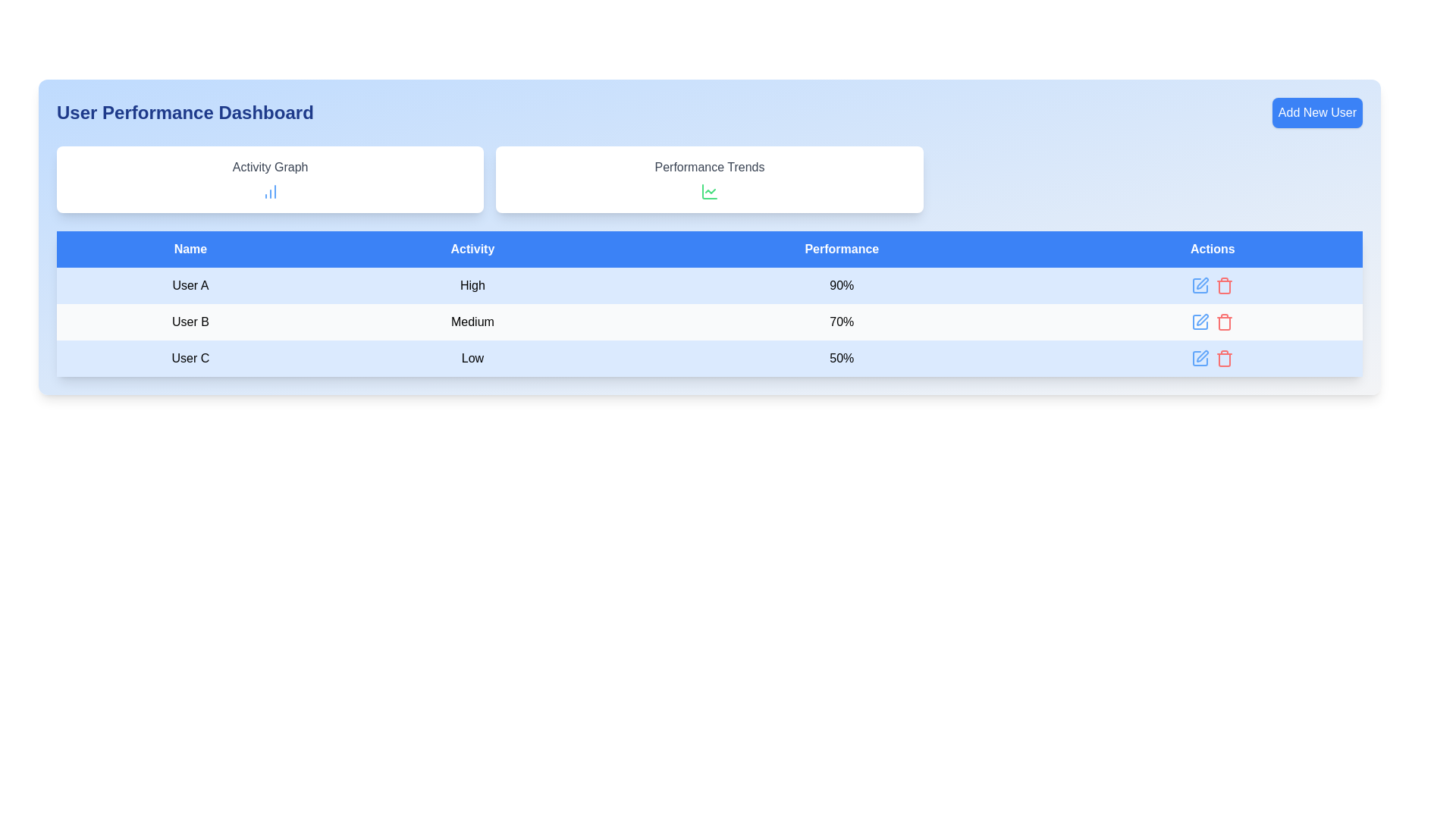 This screenshot has width=1456, height=819. Describe the element at coordinates (1212, 248) in the screenshot. I see `the Table Header Cell labeled 'Actions', which has a bold blue background and white centrally aligned text, positioned at the far-right of the header row in the table` at that location.